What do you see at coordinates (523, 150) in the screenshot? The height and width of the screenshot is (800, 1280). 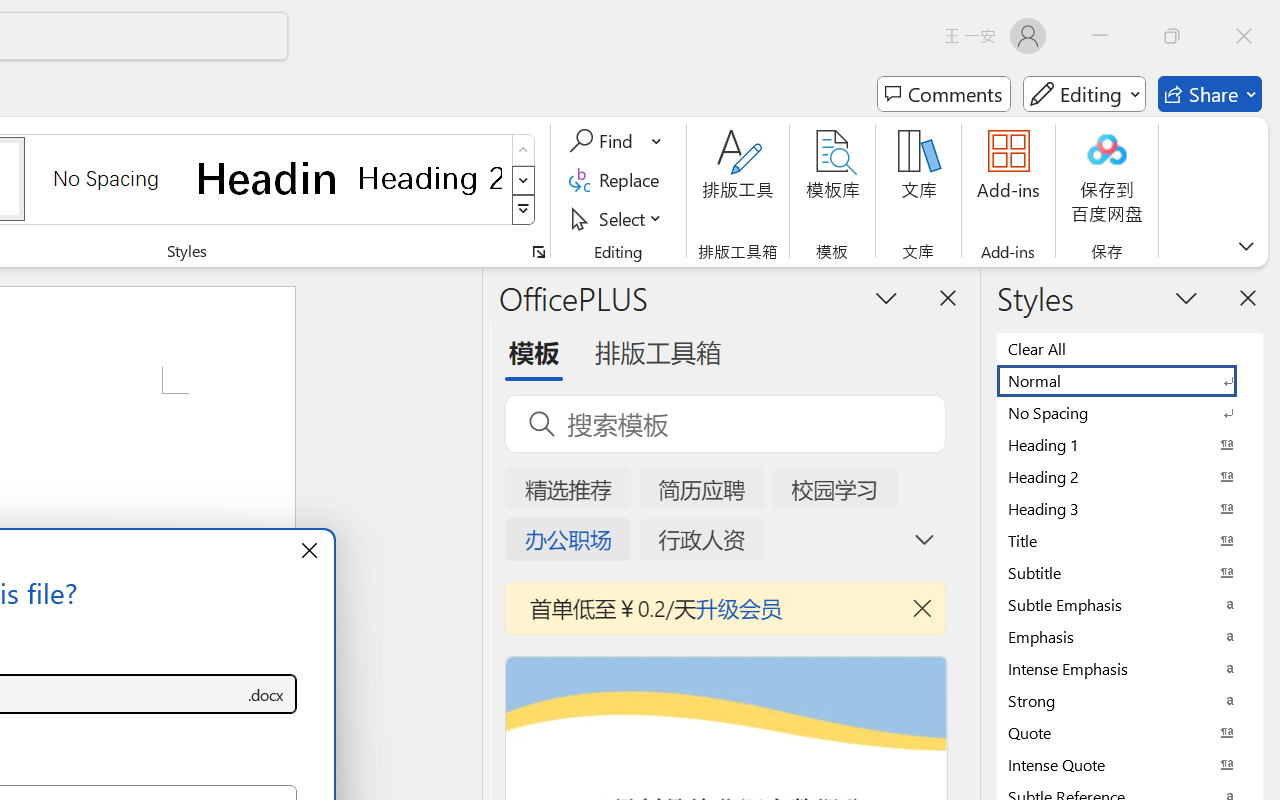 I see `'Row up'` at bounding box center [523, 150].